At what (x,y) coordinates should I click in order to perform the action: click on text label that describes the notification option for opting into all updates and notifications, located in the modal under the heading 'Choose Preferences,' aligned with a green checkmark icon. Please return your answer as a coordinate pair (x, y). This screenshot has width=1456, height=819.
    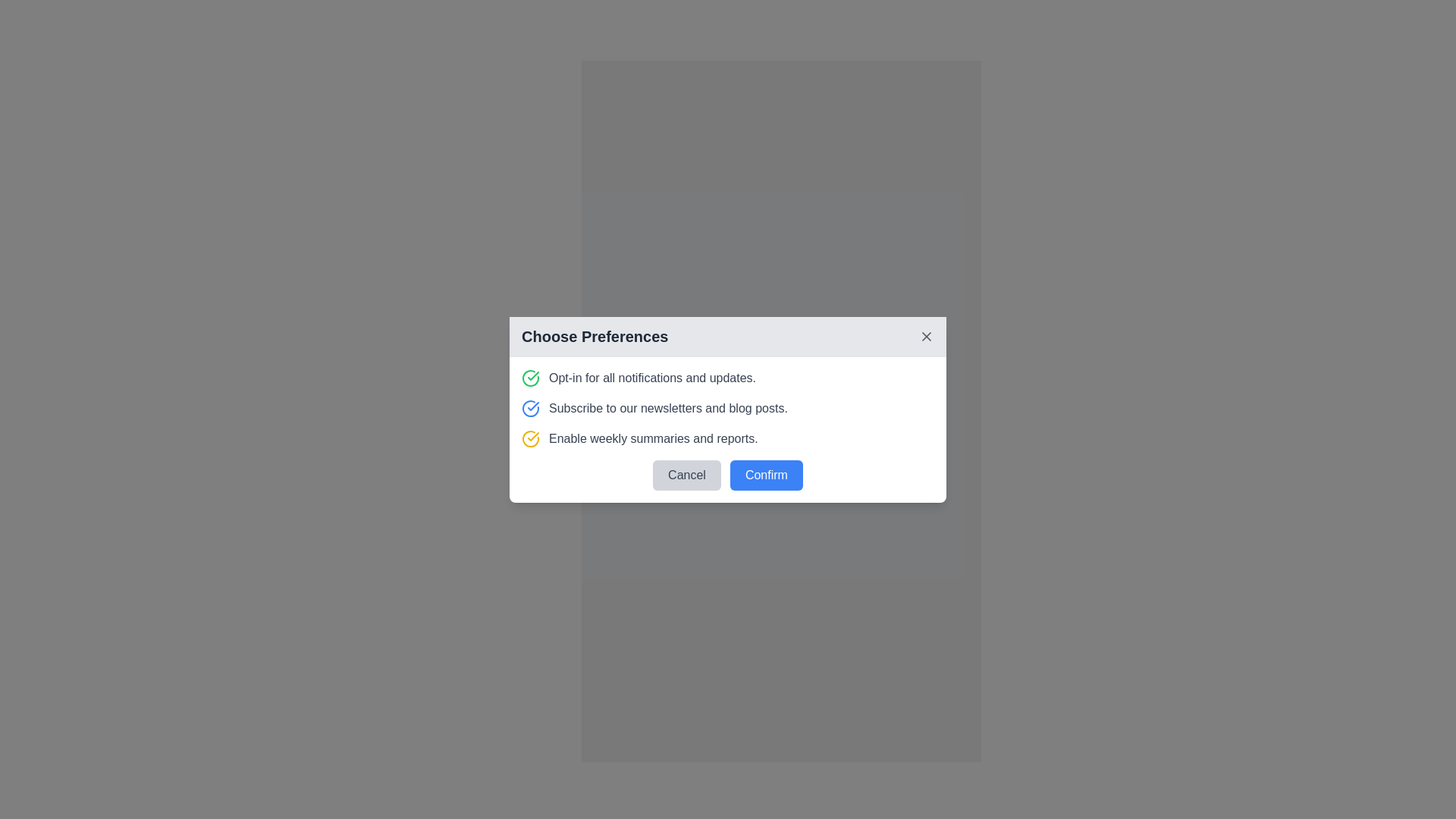
    Looking at the image, I should click on (652, 377).